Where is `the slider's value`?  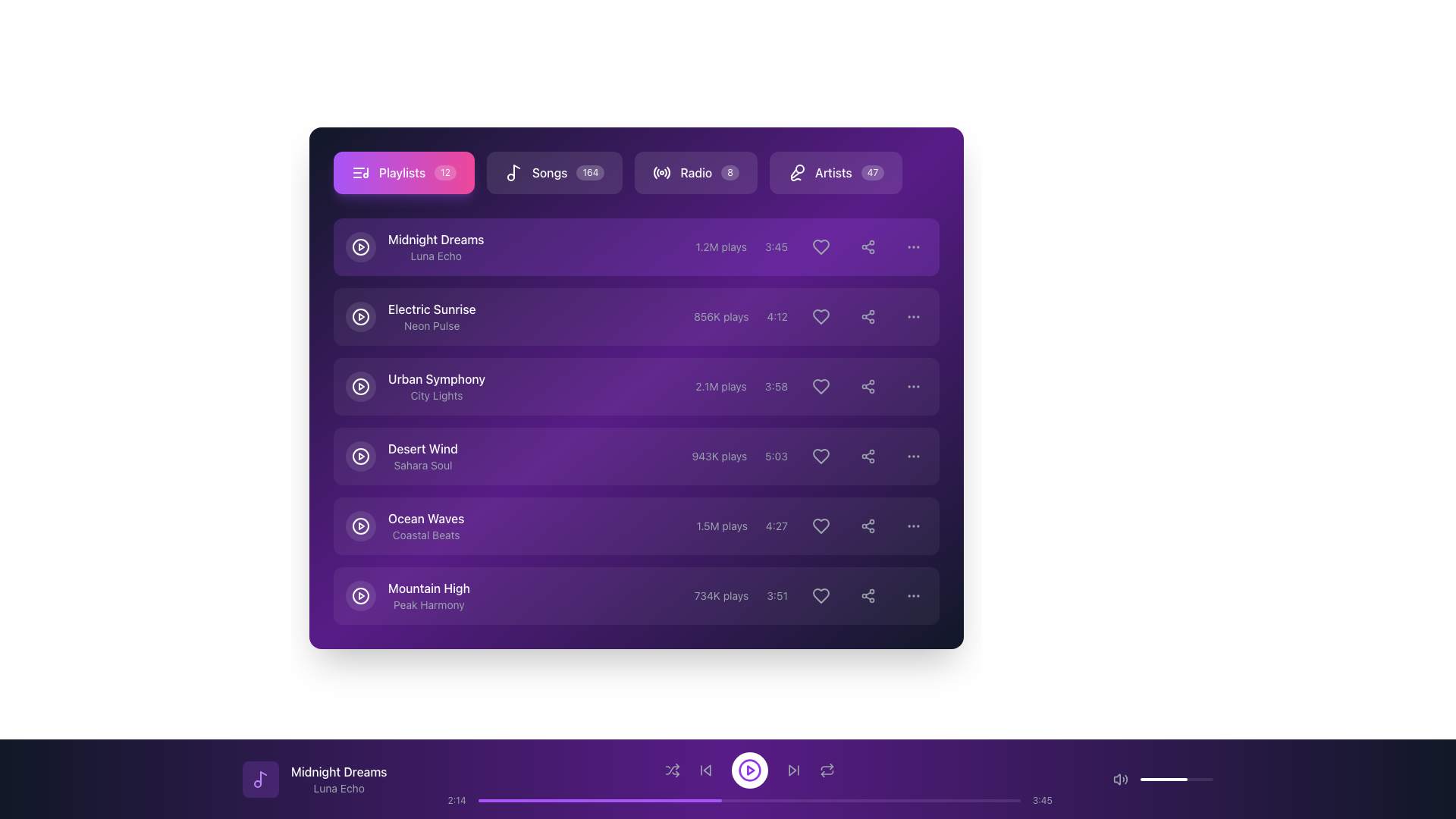
the slider's value is located at coordinates (1194, 780).